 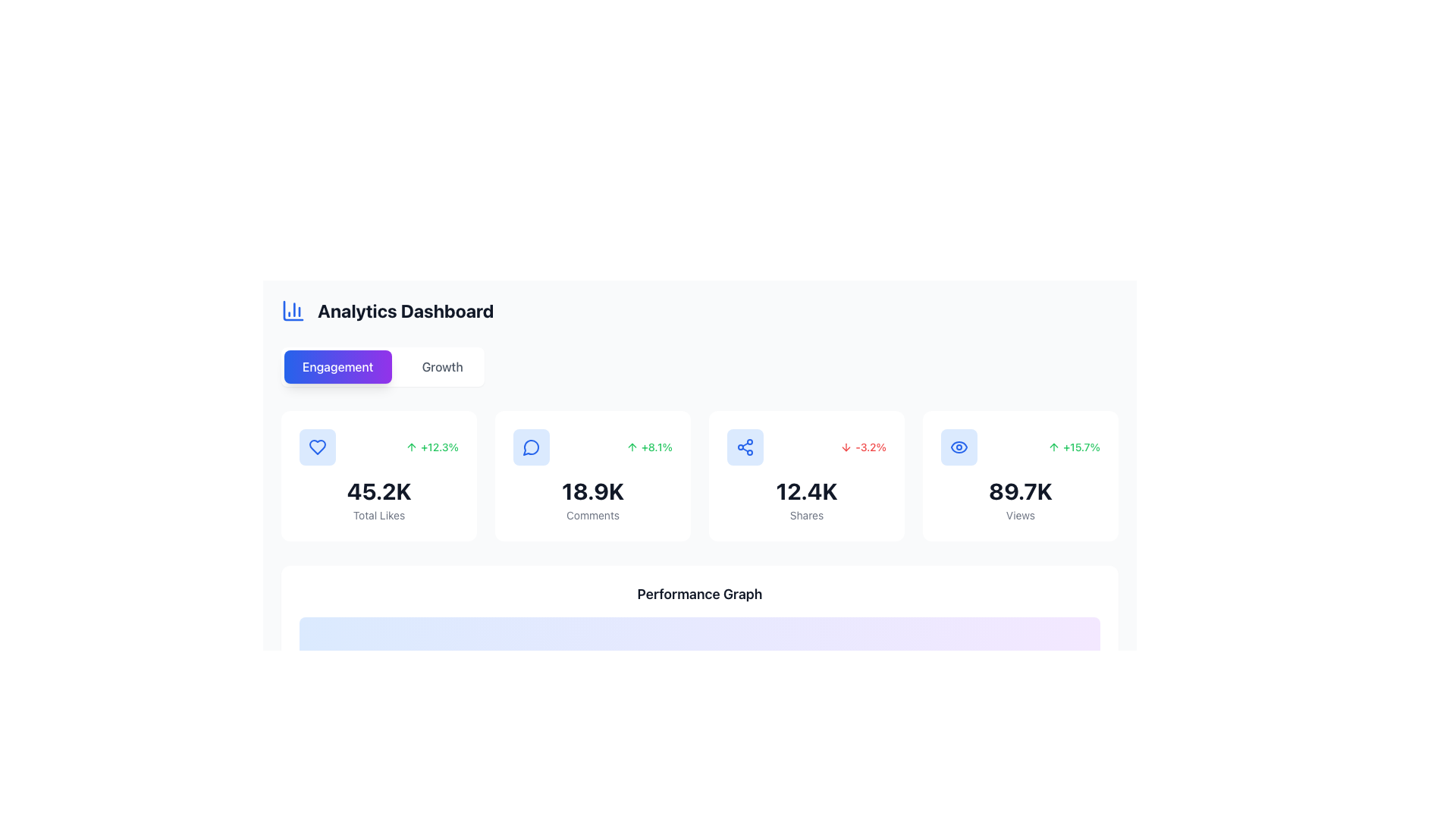 I want to click on the decorative circular background effect located in the bottom-right corner of the card displaying '45.2K Total Likes', so click(x=451, y=516).